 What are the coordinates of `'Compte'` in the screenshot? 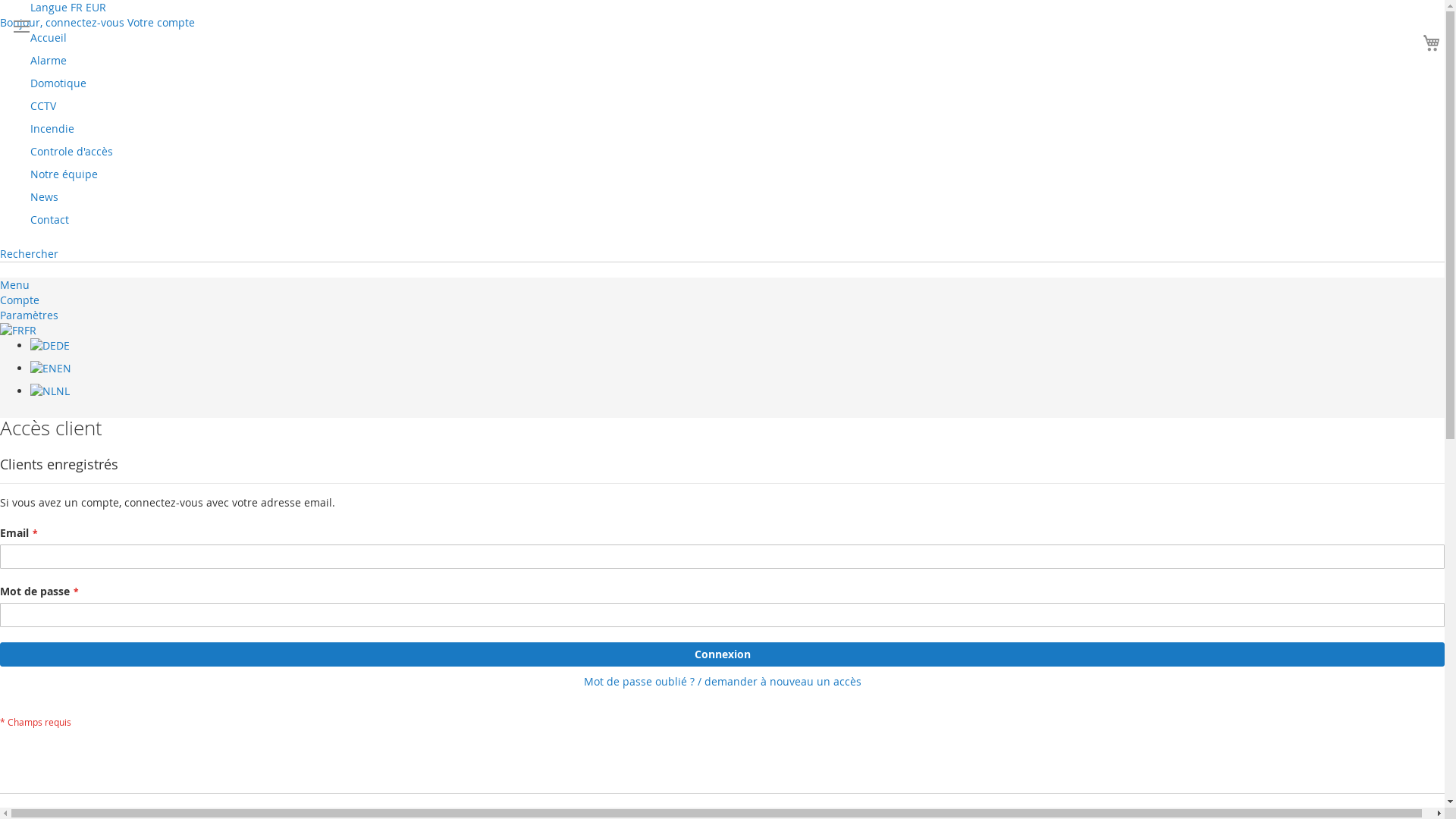 It's located at (19, 300).